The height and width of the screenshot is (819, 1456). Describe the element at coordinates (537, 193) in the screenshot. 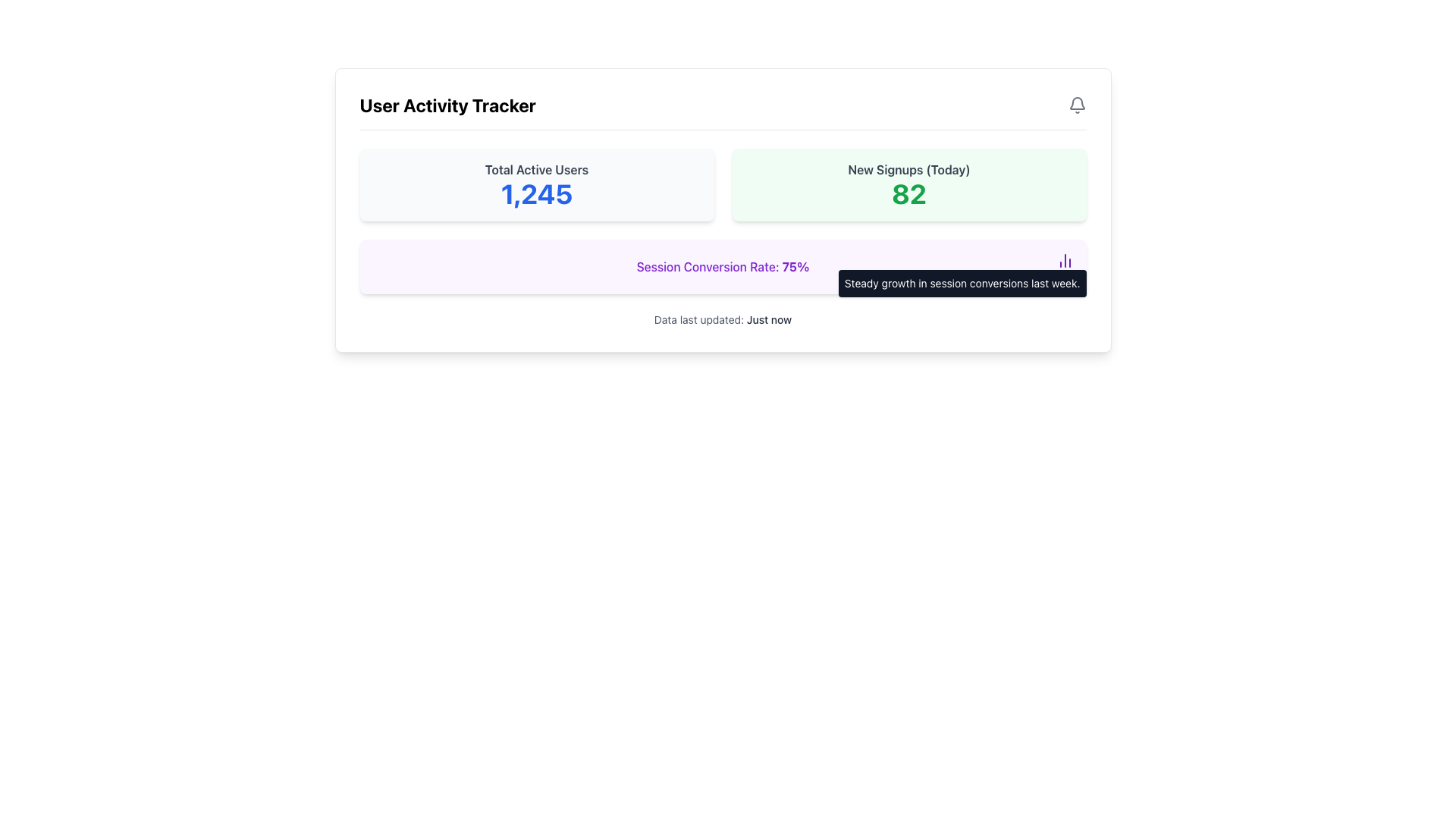

I see `the static text label displaying the total active users count, located in the middle-left section of the interface, directly below 'Total Active Users'` at that location.